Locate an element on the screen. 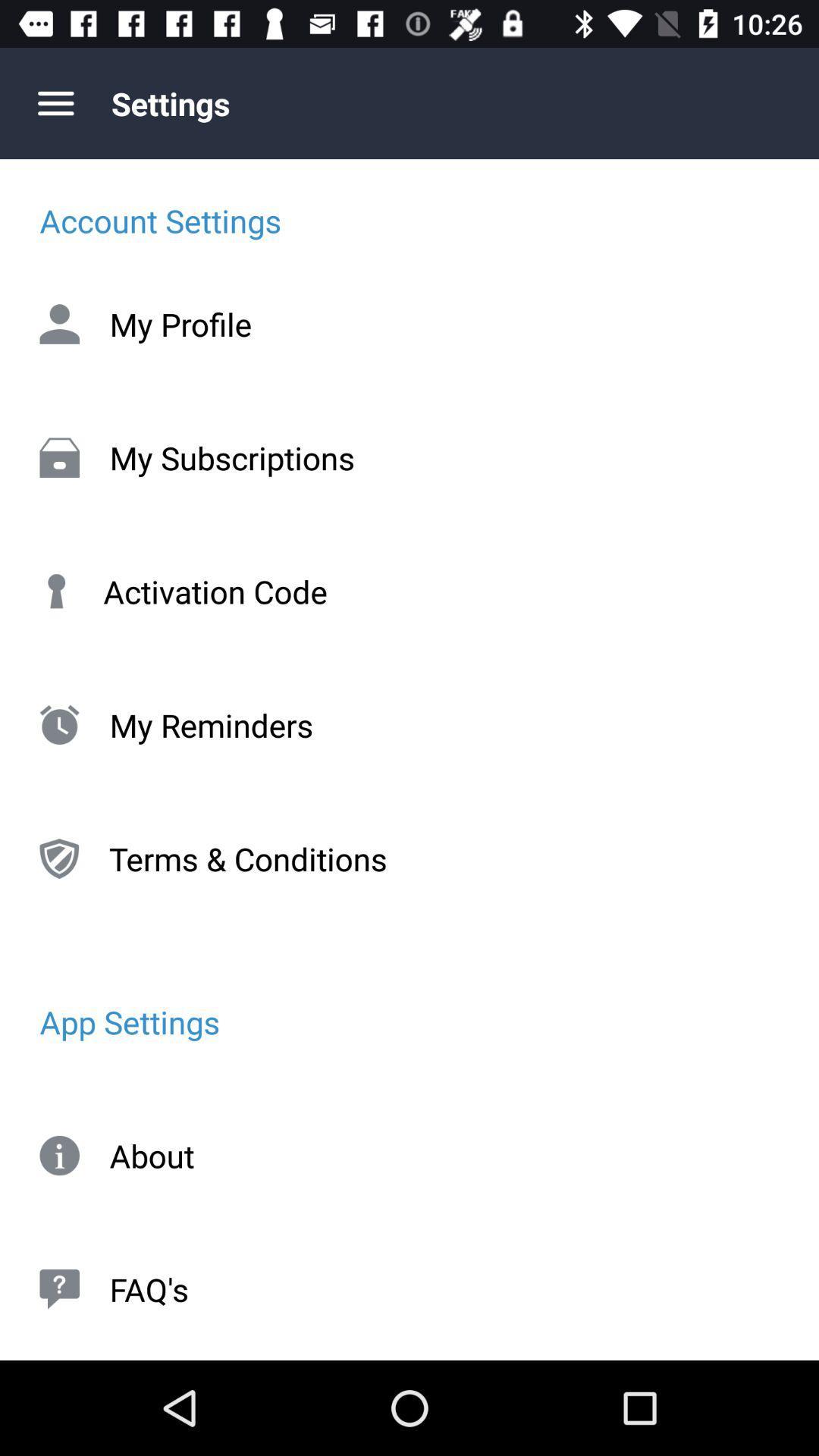  item above the account settings item is located at coordinates (55, 102).